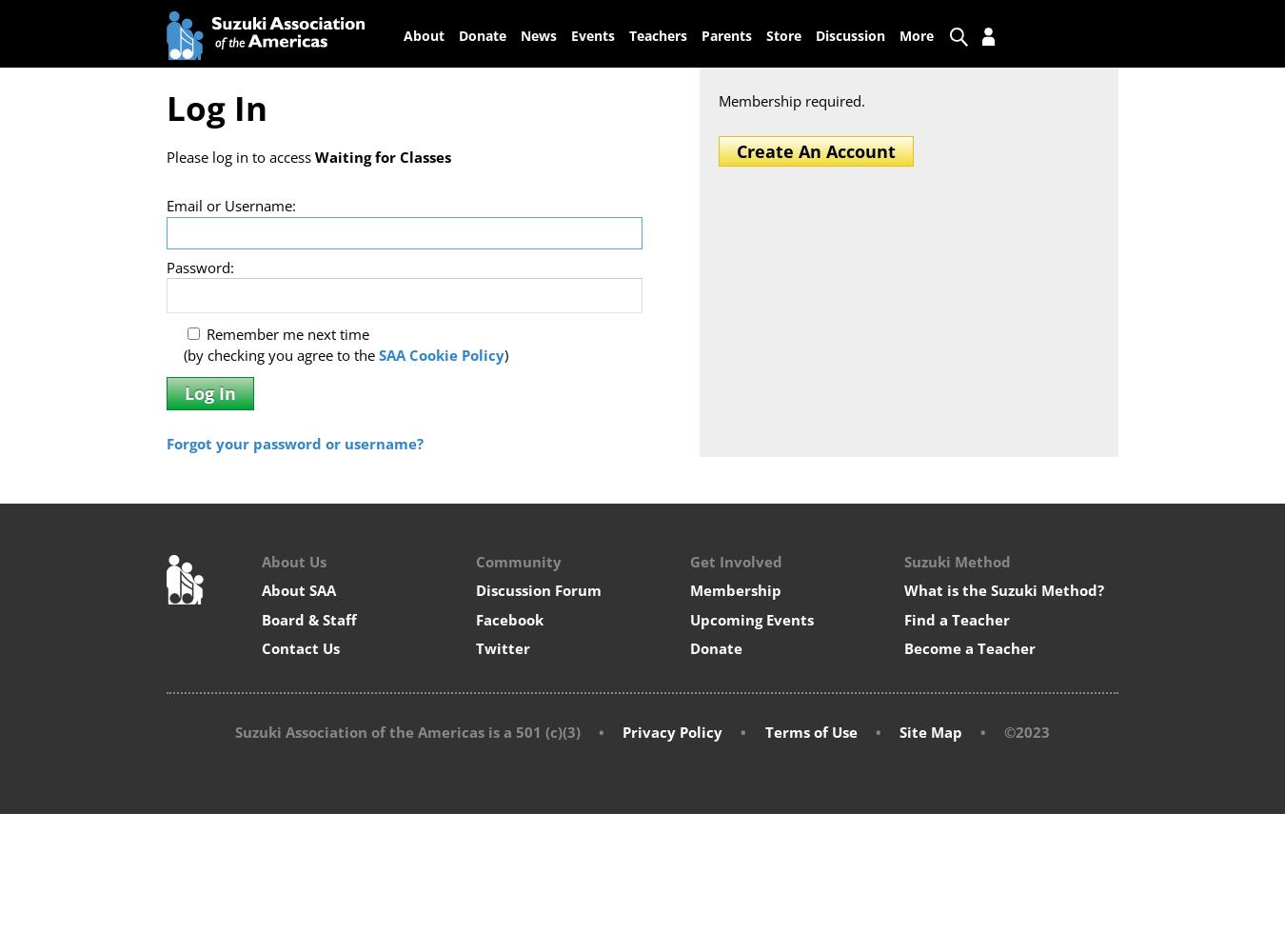 Image resolution: width=1285 pixels, height=952 pixels. Describe the element at coordinates (201, 332) in the screenshot. I see `'Remember me next time'` at that location.